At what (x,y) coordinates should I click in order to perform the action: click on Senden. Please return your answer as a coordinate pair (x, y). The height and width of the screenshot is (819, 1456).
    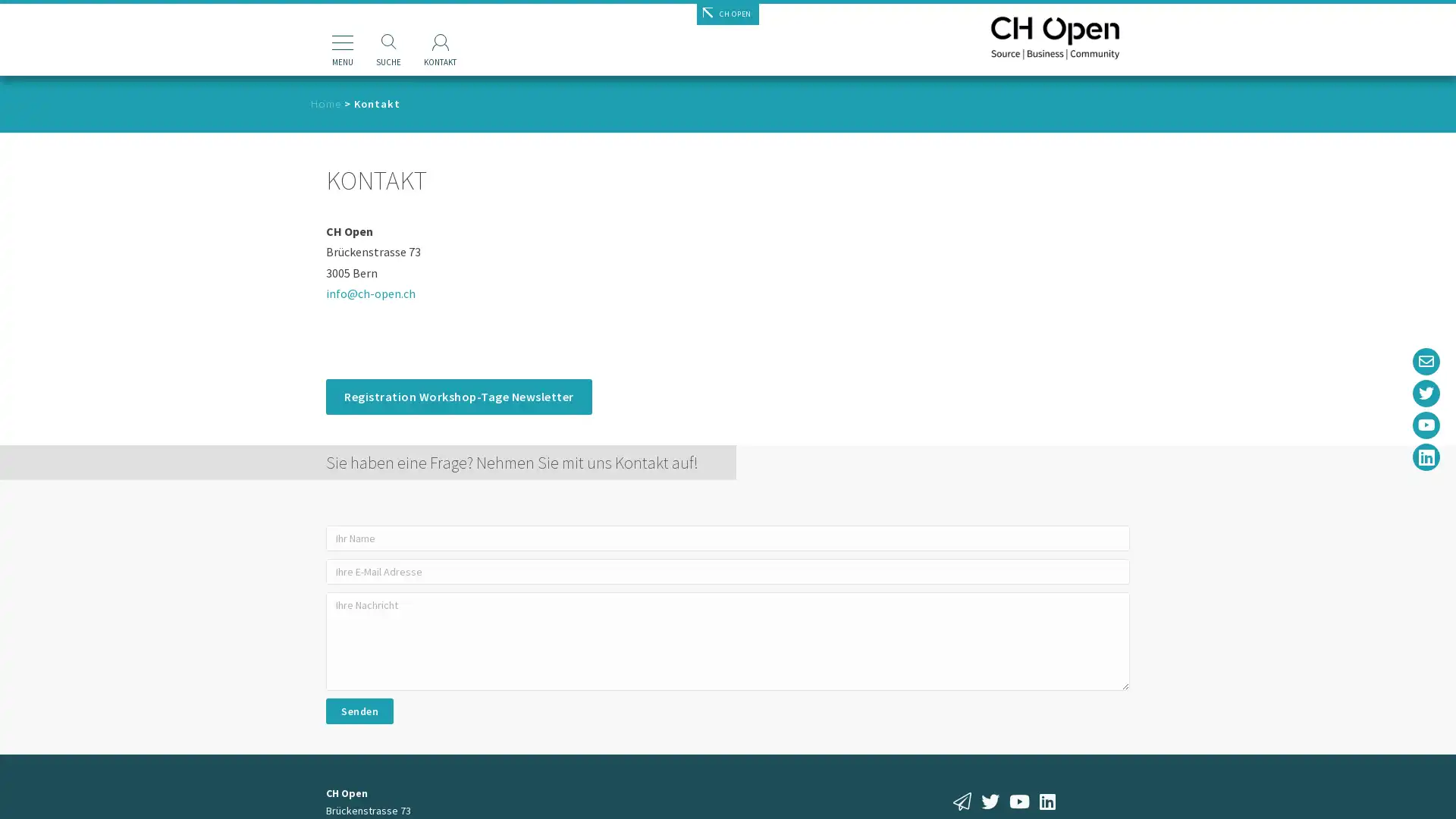
    Looking at the image, I should click on (359, 711).